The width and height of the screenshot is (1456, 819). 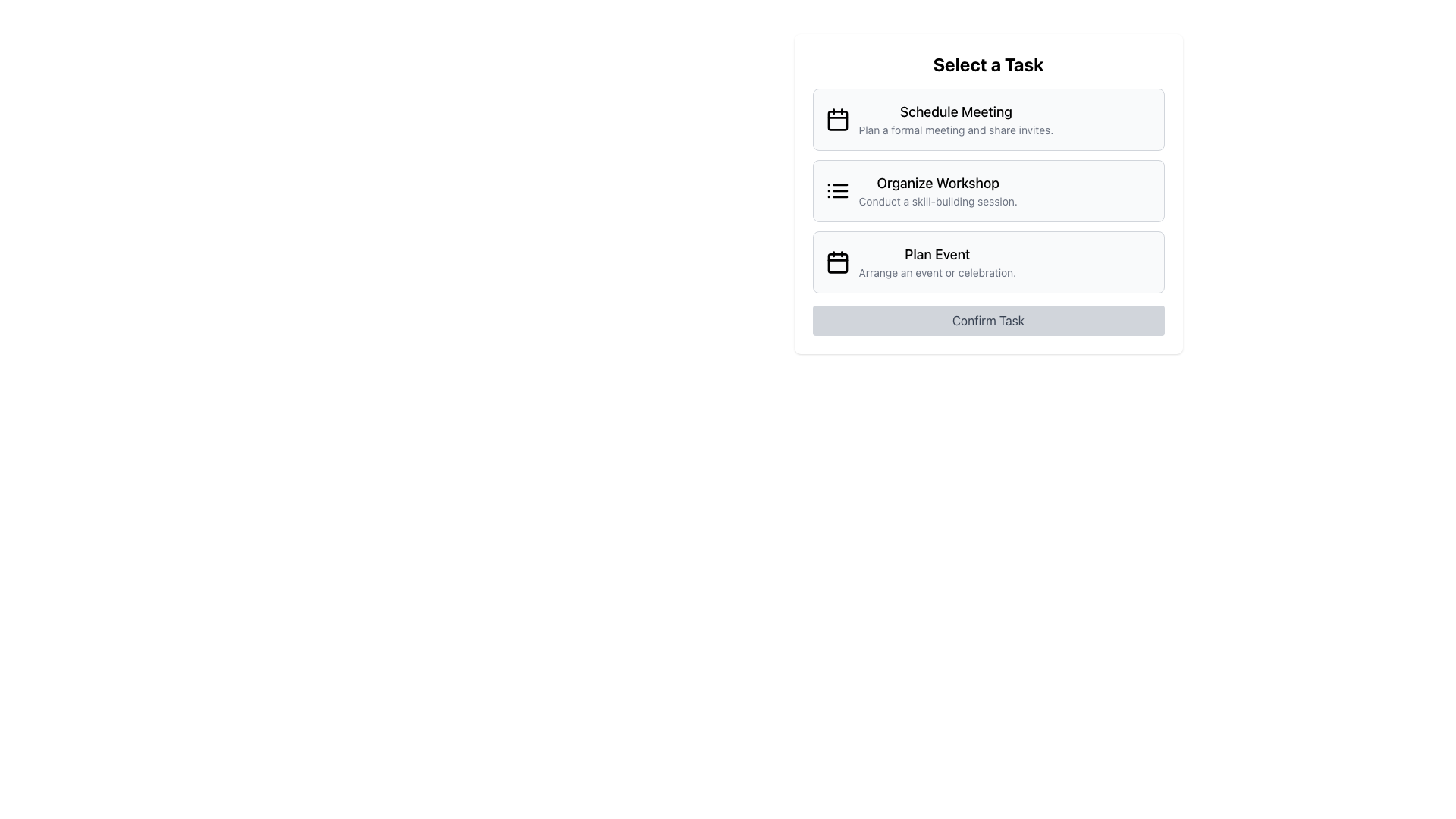 I want to click on the vertically aligned selection list containing the tasks 'Schedule Meeting', 'Organize Workshop', and 'Plan Event', so click(x=988, y=190).